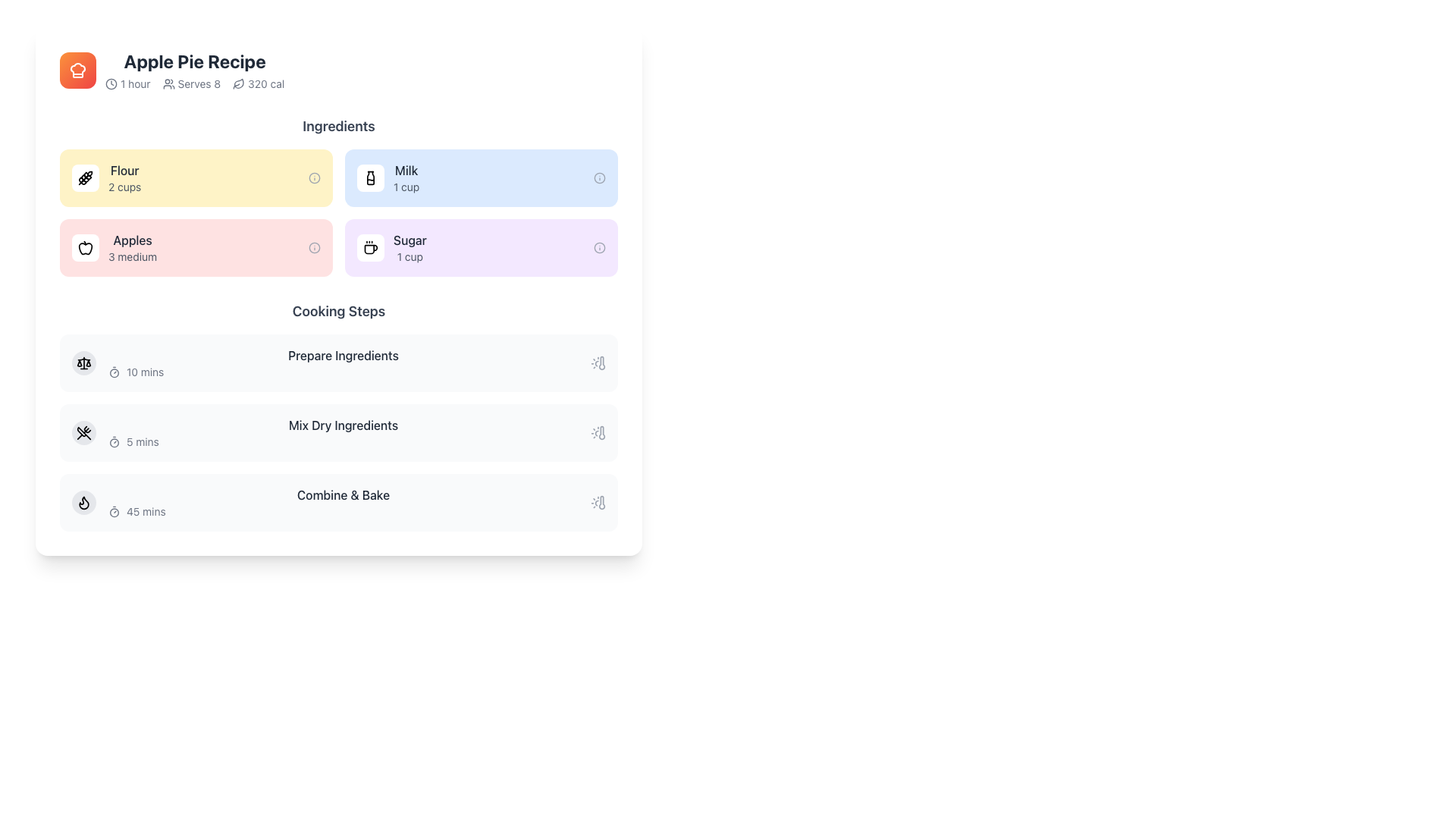 Image resolution: width=1456 pixels, height=819 pixels. I want to click on the 'Combine & Bake' text label in the cooking steps list to focus it and see details, so click(342, 503).